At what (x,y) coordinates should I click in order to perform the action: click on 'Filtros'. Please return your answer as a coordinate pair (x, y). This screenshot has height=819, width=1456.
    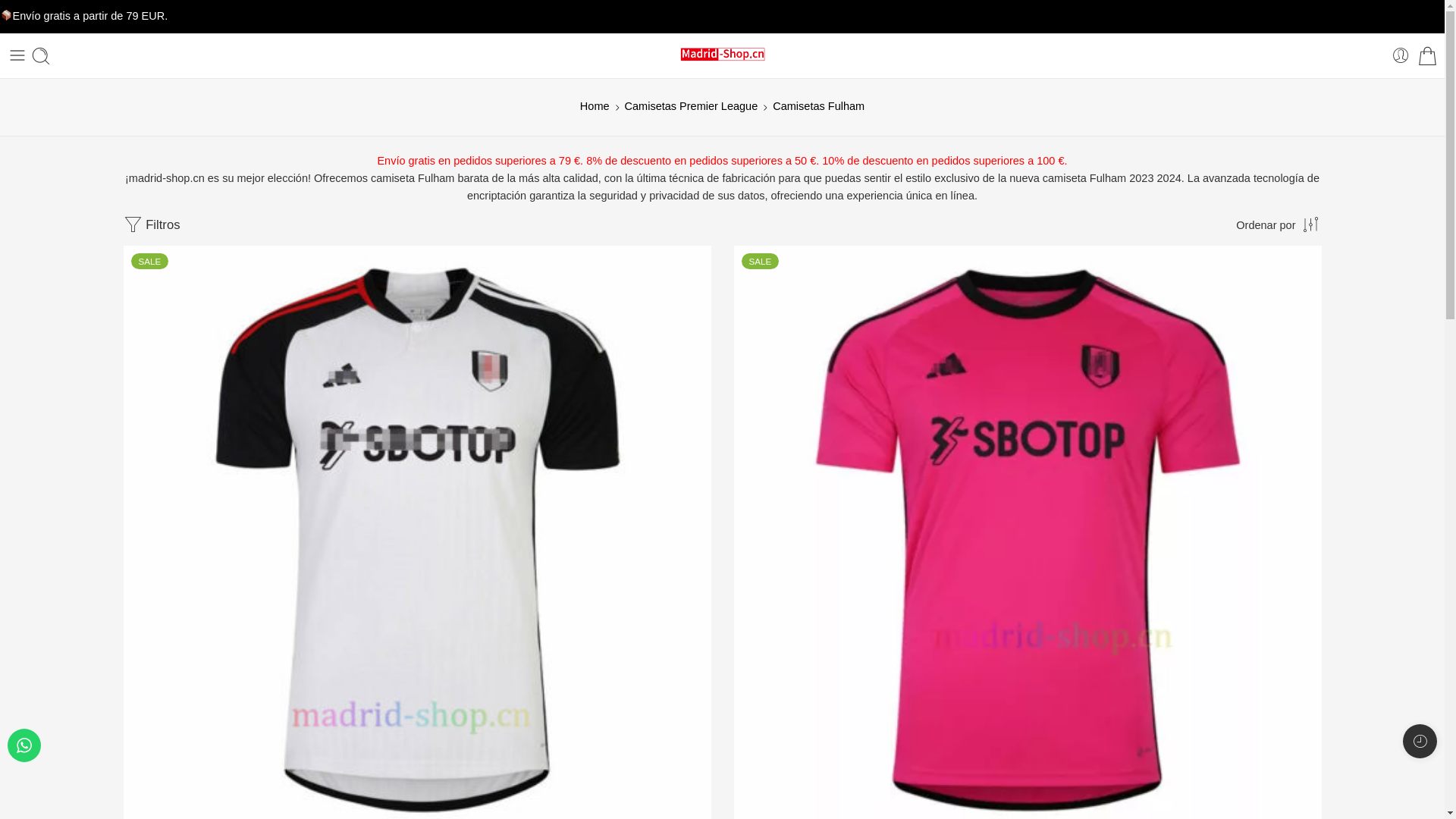
    Looking at the image, I should click on (151, 225).